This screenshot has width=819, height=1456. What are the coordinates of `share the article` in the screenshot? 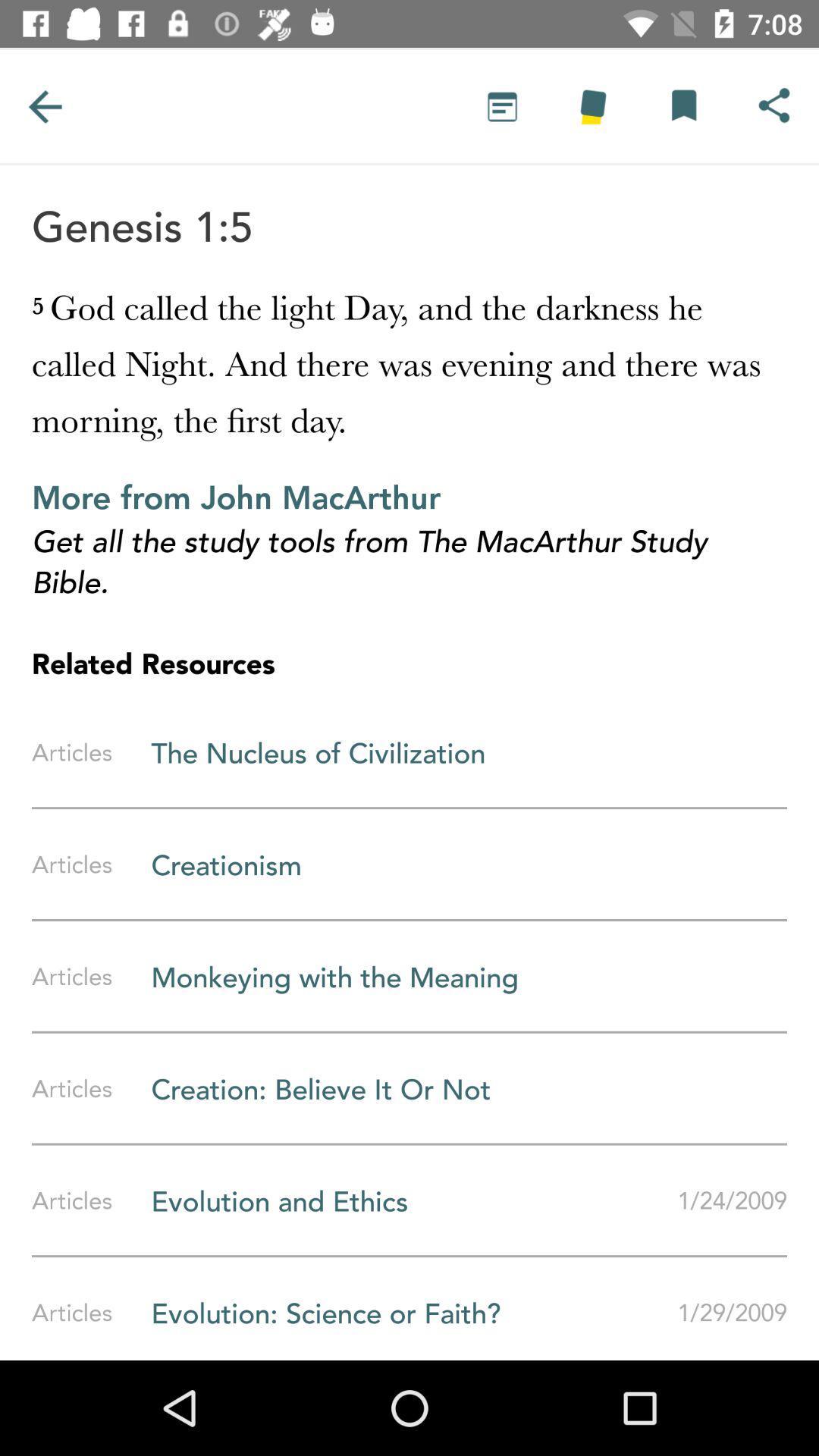 It's located at (773, 105).